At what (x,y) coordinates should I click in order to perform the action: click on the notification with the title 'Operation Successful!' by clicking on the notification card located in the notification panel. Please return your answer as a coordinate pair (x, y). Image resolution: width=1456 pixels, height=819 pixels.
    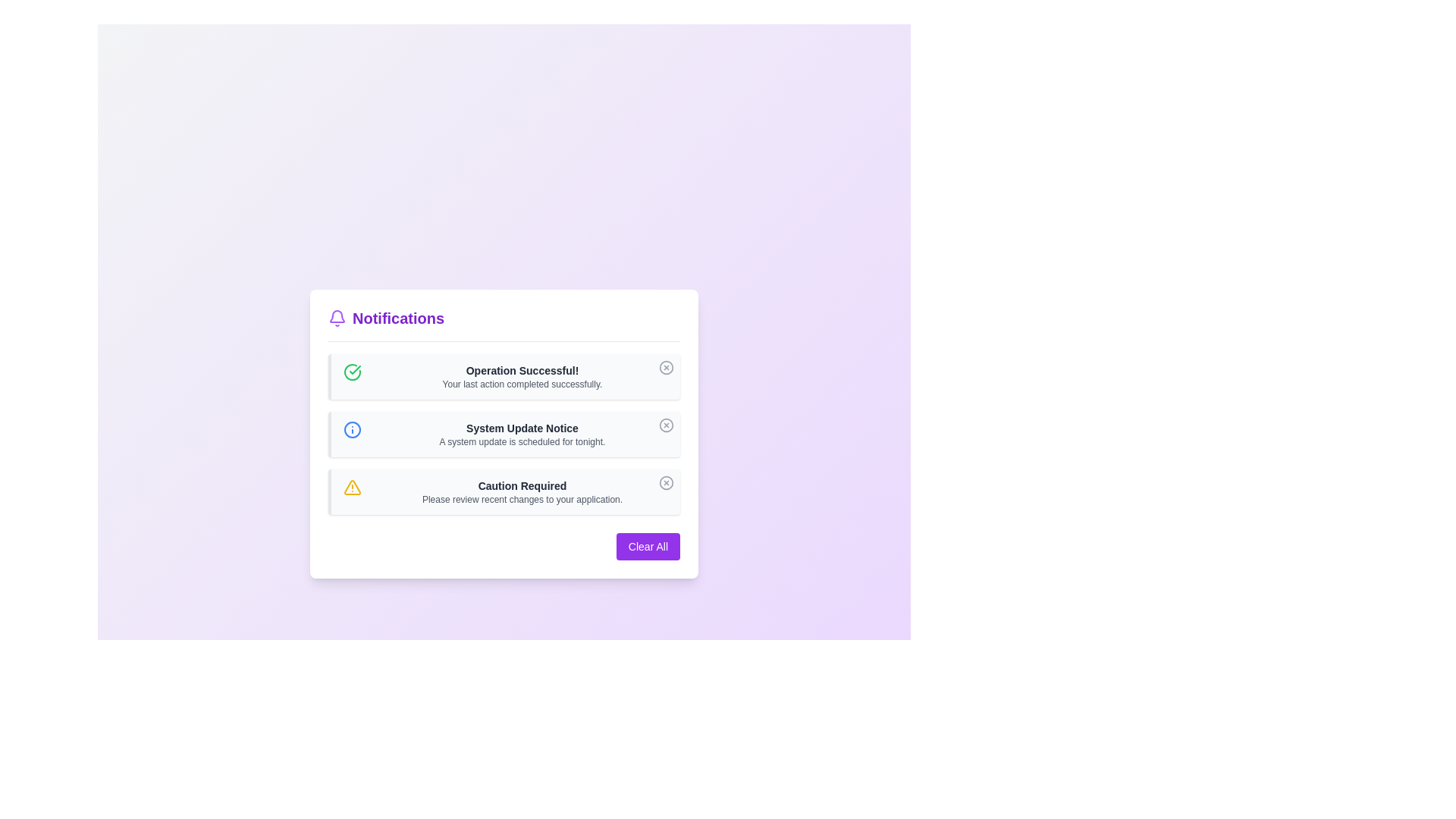
    Looking at the image, I should click on (504, 375).